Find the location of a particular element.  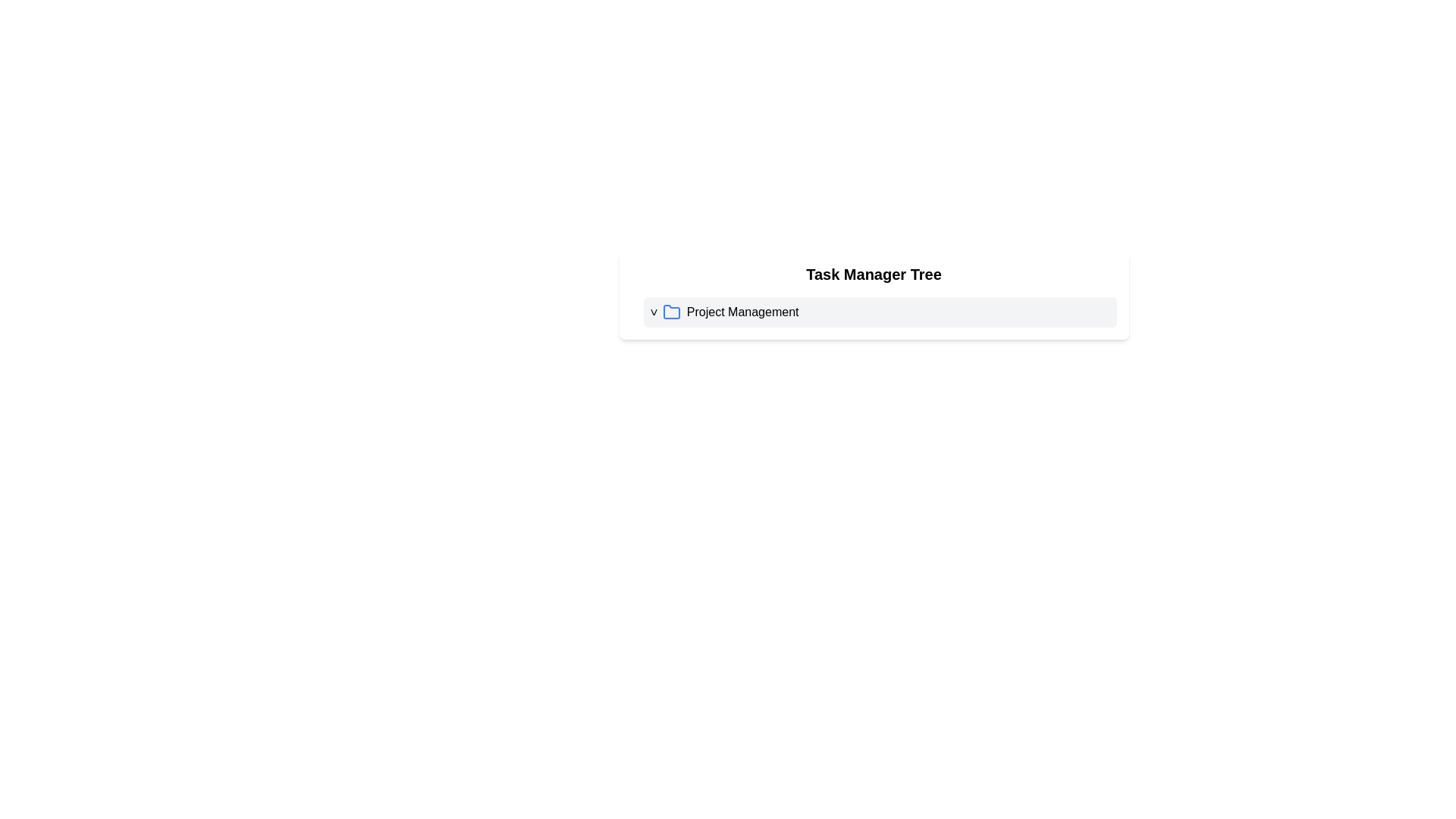

text of the label displaying 'Project Management', which is located to the right of a blue folder icon within a vertical tree structure is located at coordinates (742, 312).